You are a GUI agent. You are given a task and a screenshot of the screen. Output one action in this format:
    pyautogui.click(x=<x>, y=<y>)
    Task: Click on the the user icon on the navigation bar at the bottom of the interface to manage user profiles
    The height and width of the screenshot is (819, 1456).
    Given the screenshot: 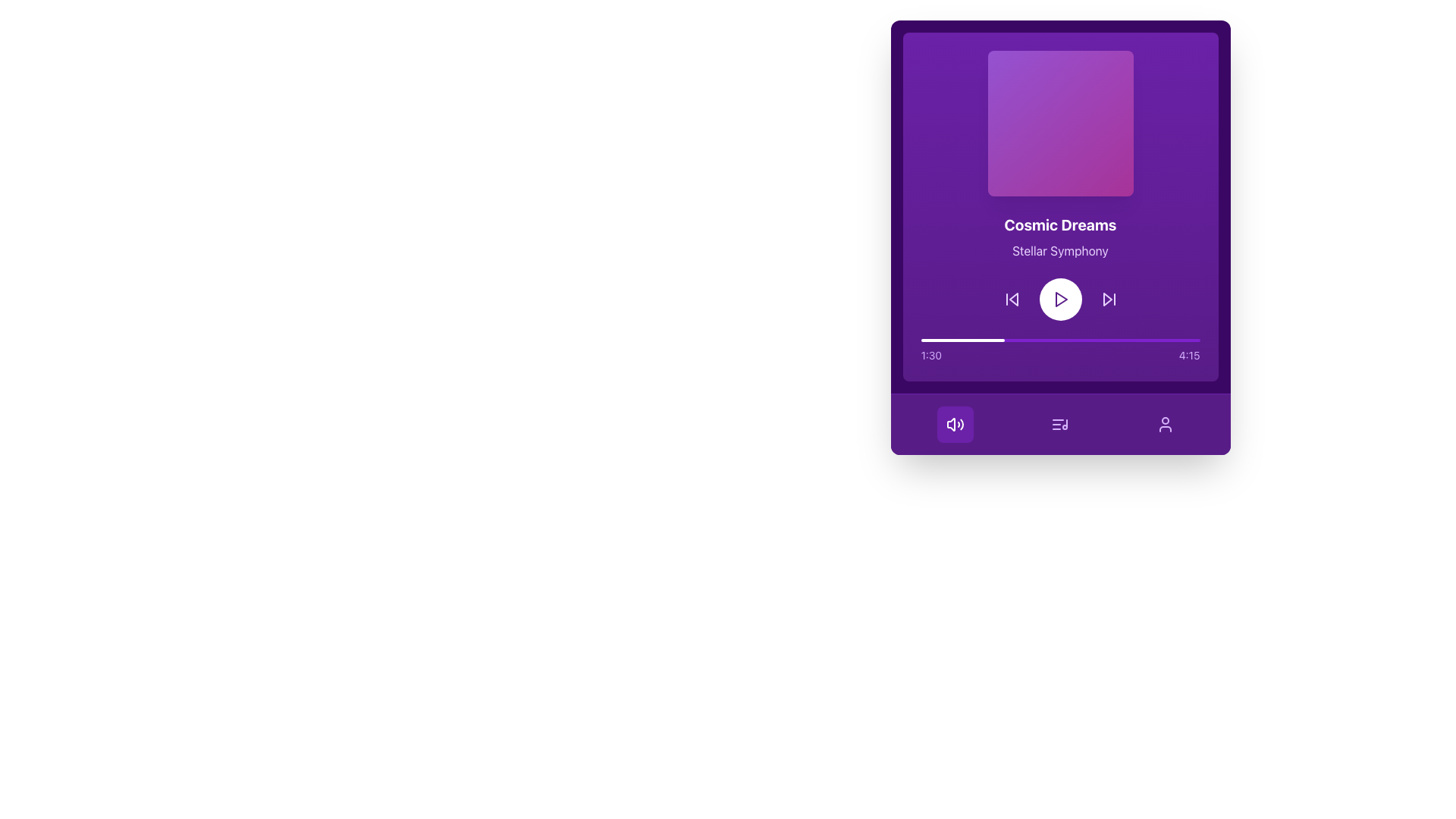 What is the action you would take?
    pyautogui.click(x=1059, y=424)
    